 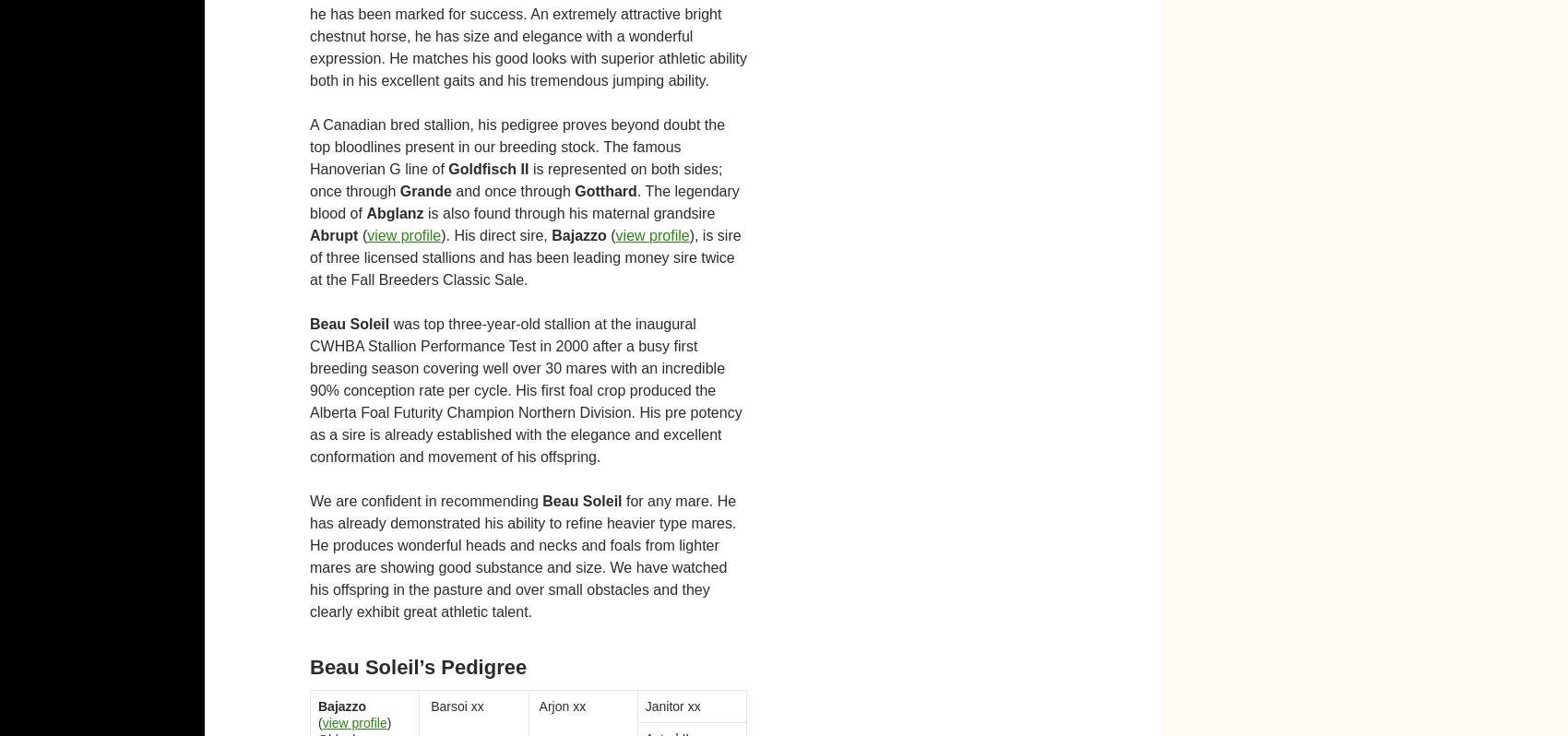 What do you see at coordinates (523, 202) in the screenshot?
I see `'. The legendary blood of'` at bounding box center [523, 202].